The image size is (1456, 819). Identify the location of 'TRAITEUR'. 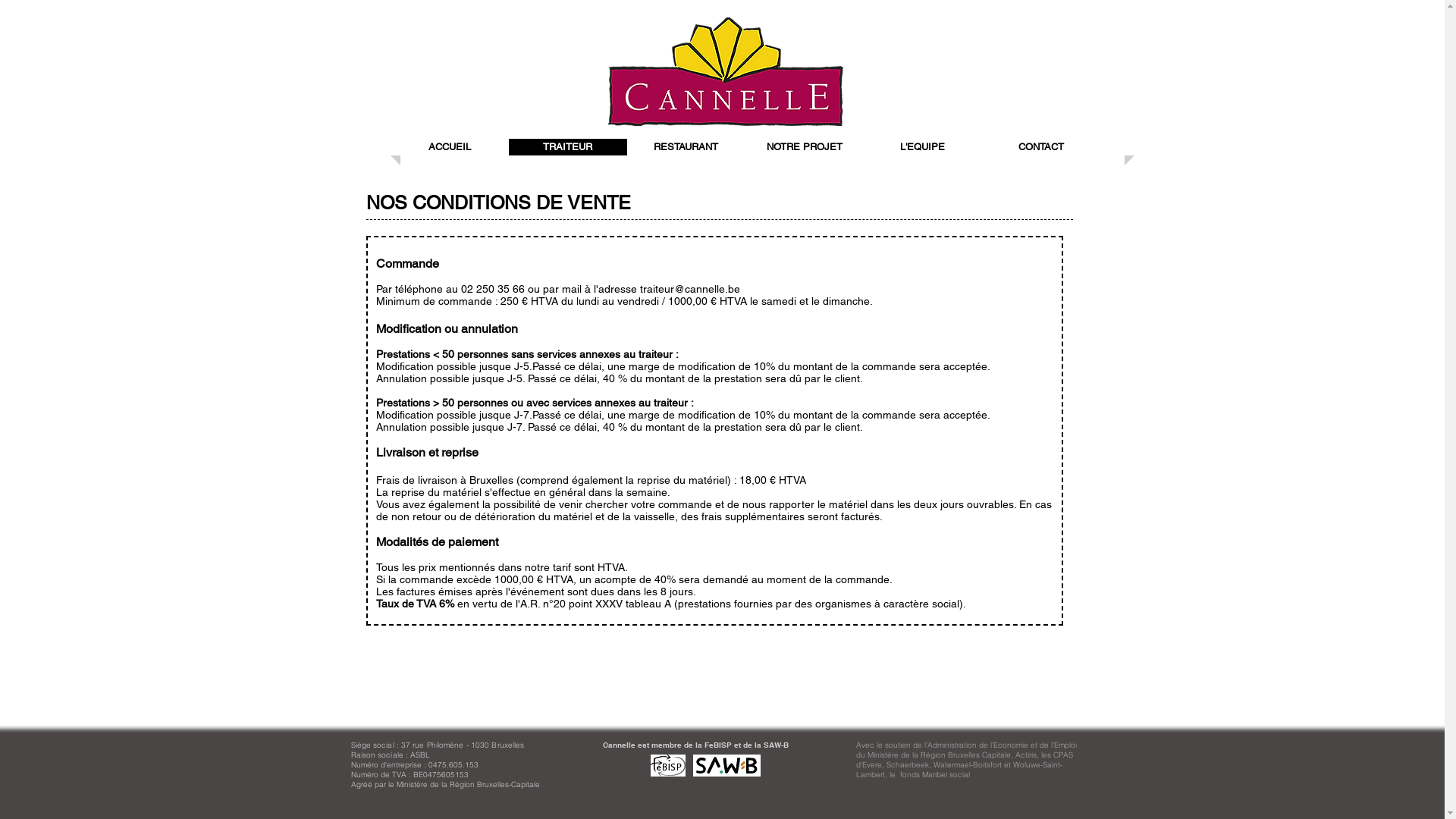
(566, 146).